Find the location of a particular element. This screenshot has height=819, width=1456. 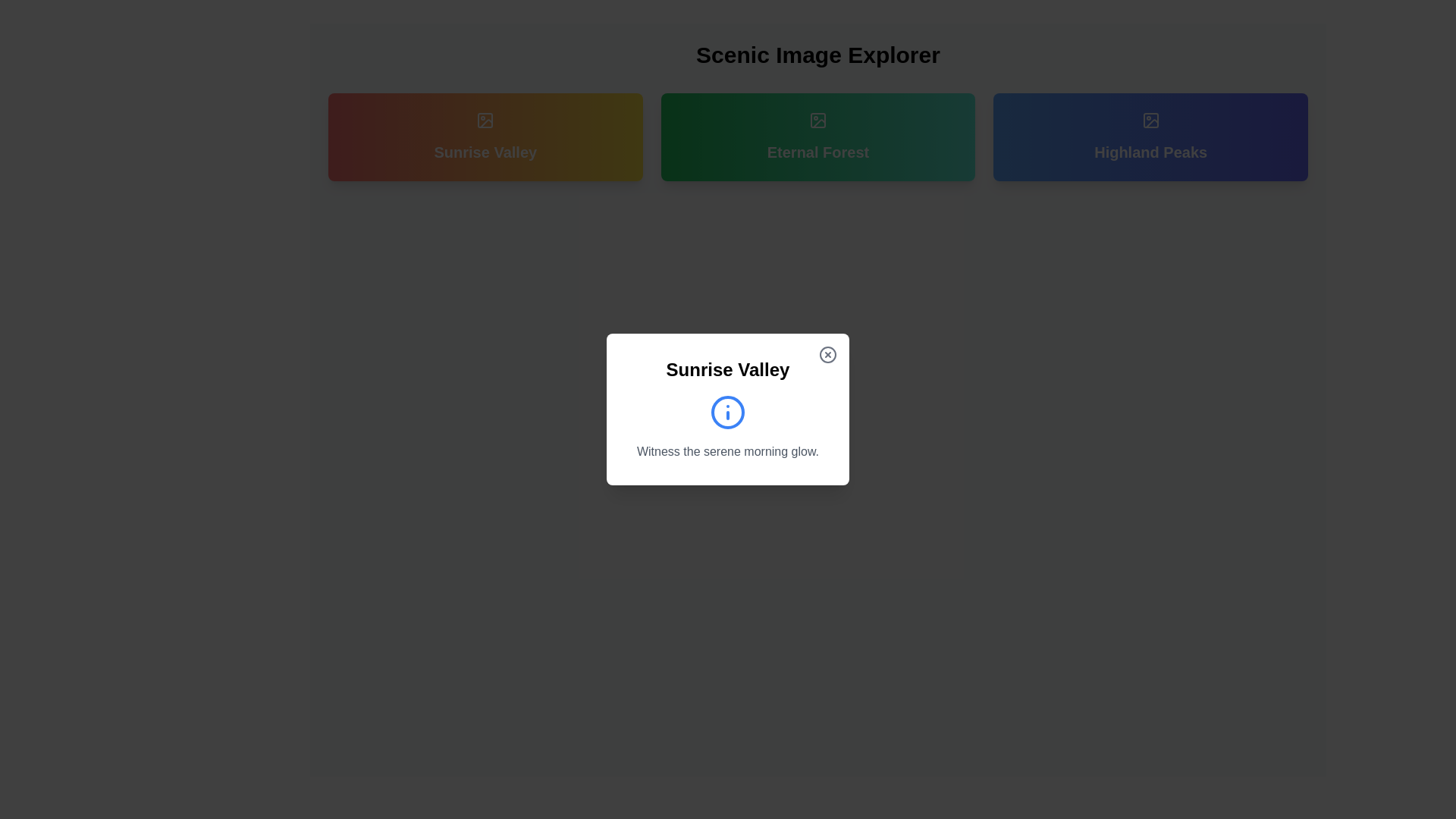

the Text Label which serves as the title or header for the interface, located at the top section and centered horizontally is located at coordinates (817, 55).